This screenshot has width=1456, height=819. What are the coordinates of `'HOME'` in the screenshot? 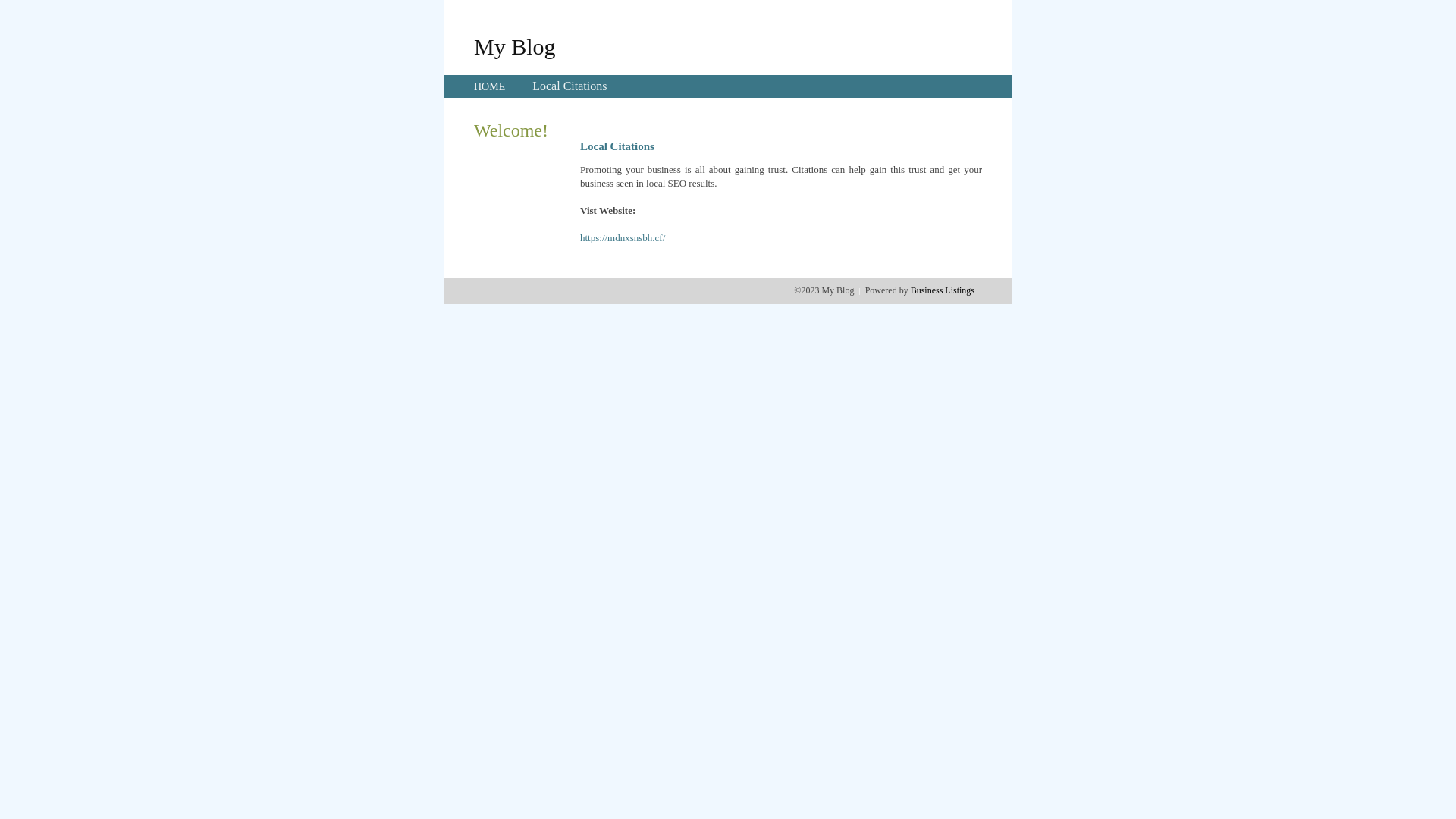 It's located at (489, 86).